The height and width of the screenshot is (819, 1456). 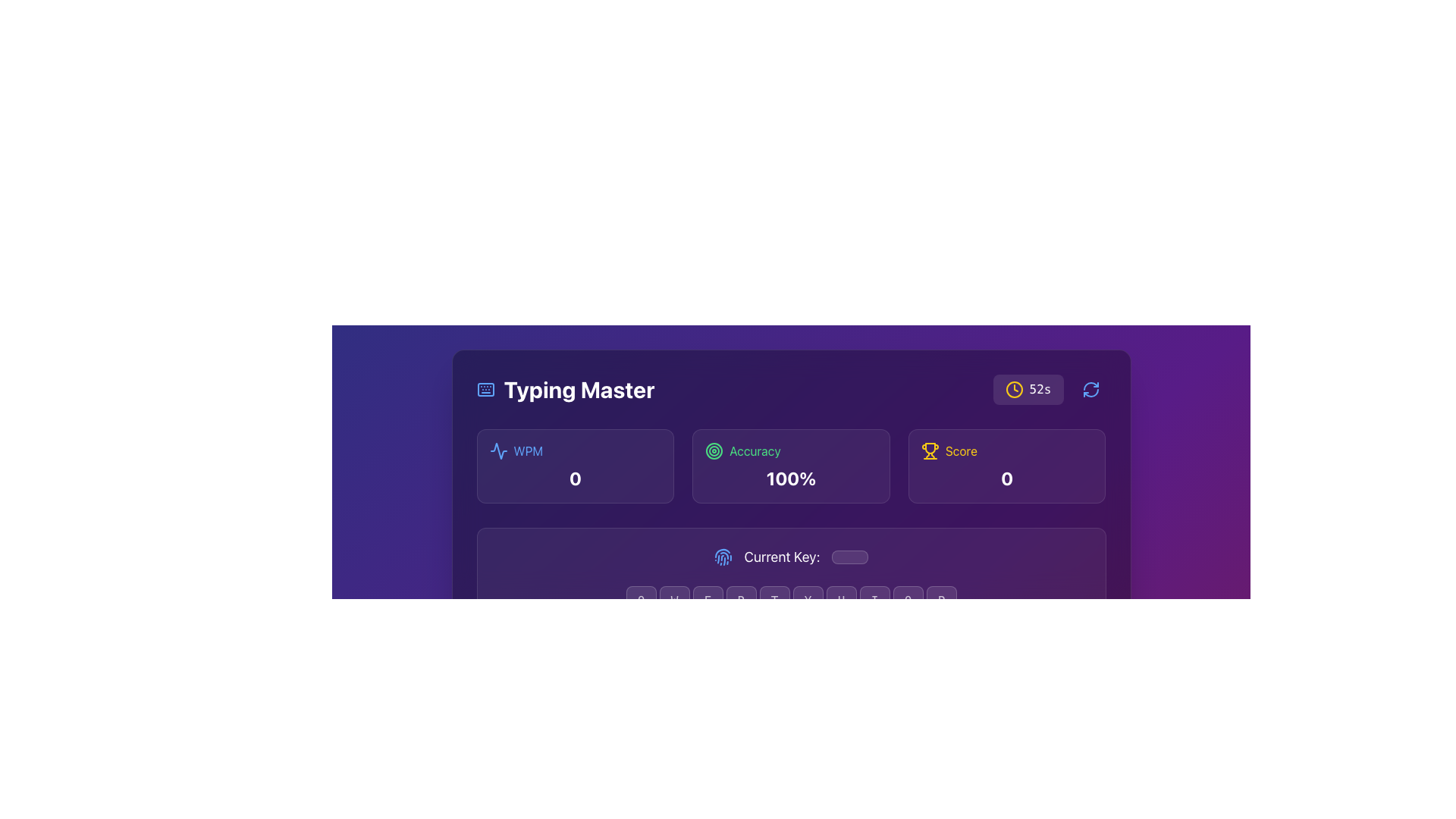 What do you see at coordinates (714, 450) in the screenshot?
I see `the outer circle of the concentric circles in the 'Accuracy' section of the upper panel, which represents a target or bullseye for precision` at bounding box center [714, 450].